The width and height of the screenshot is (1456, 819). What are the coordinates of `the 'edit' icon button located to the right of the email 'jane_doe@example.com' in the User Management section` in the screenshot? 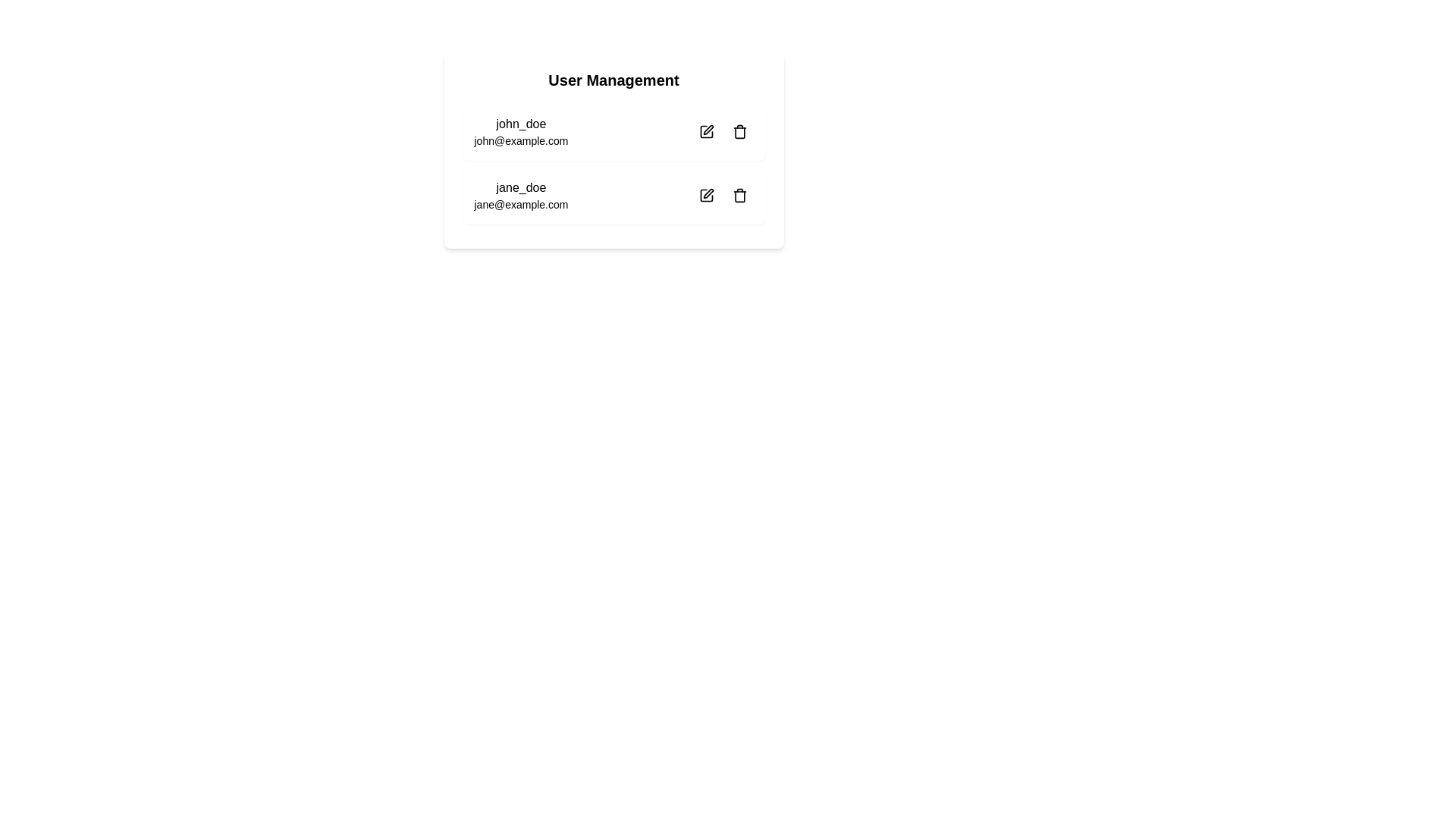 It's located at (708, 193).